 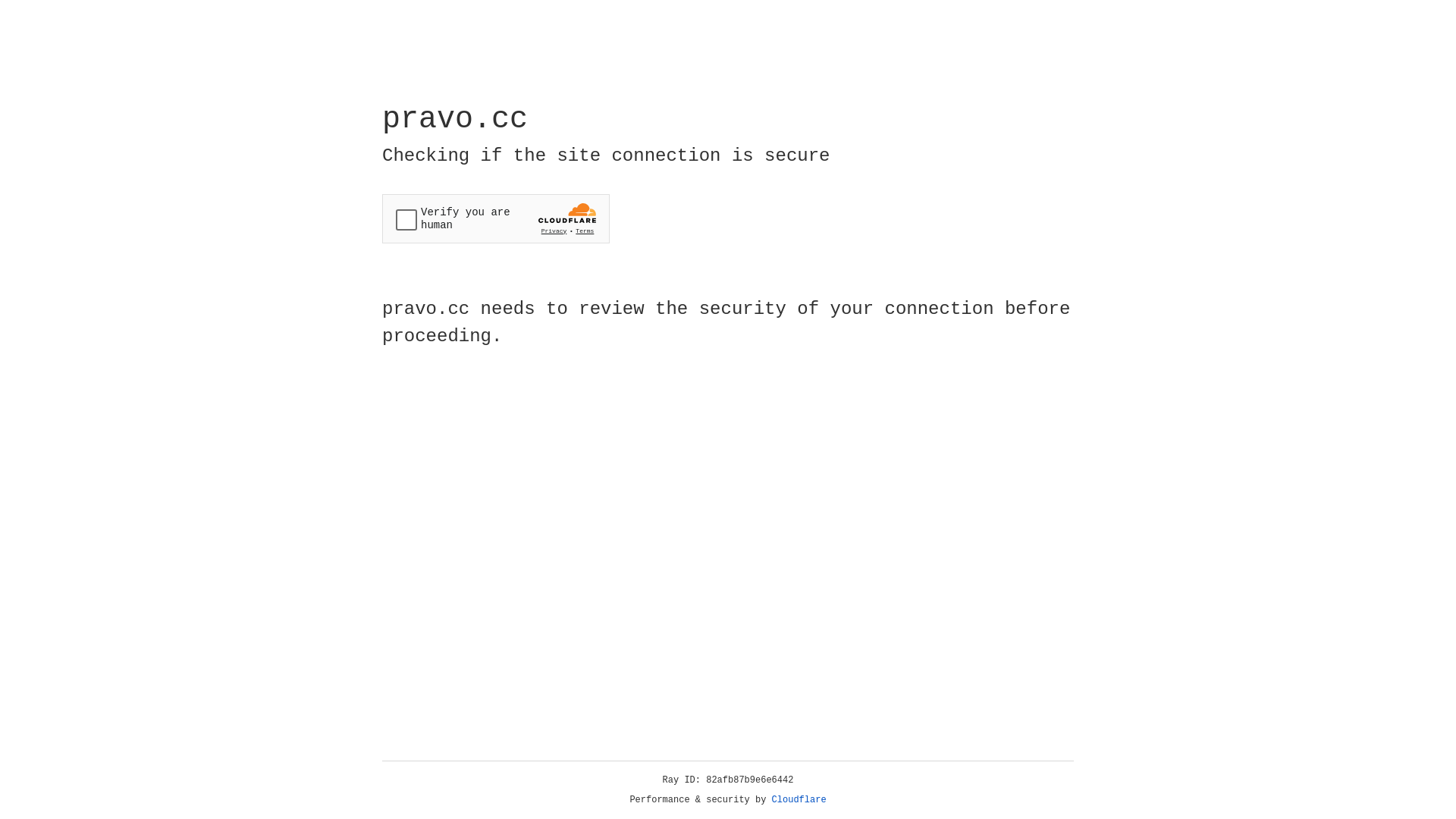 What do you see at coordinates (799, 799) in the screenshot?
I see `'Cloudflare'` at bounding box center [799, 799].